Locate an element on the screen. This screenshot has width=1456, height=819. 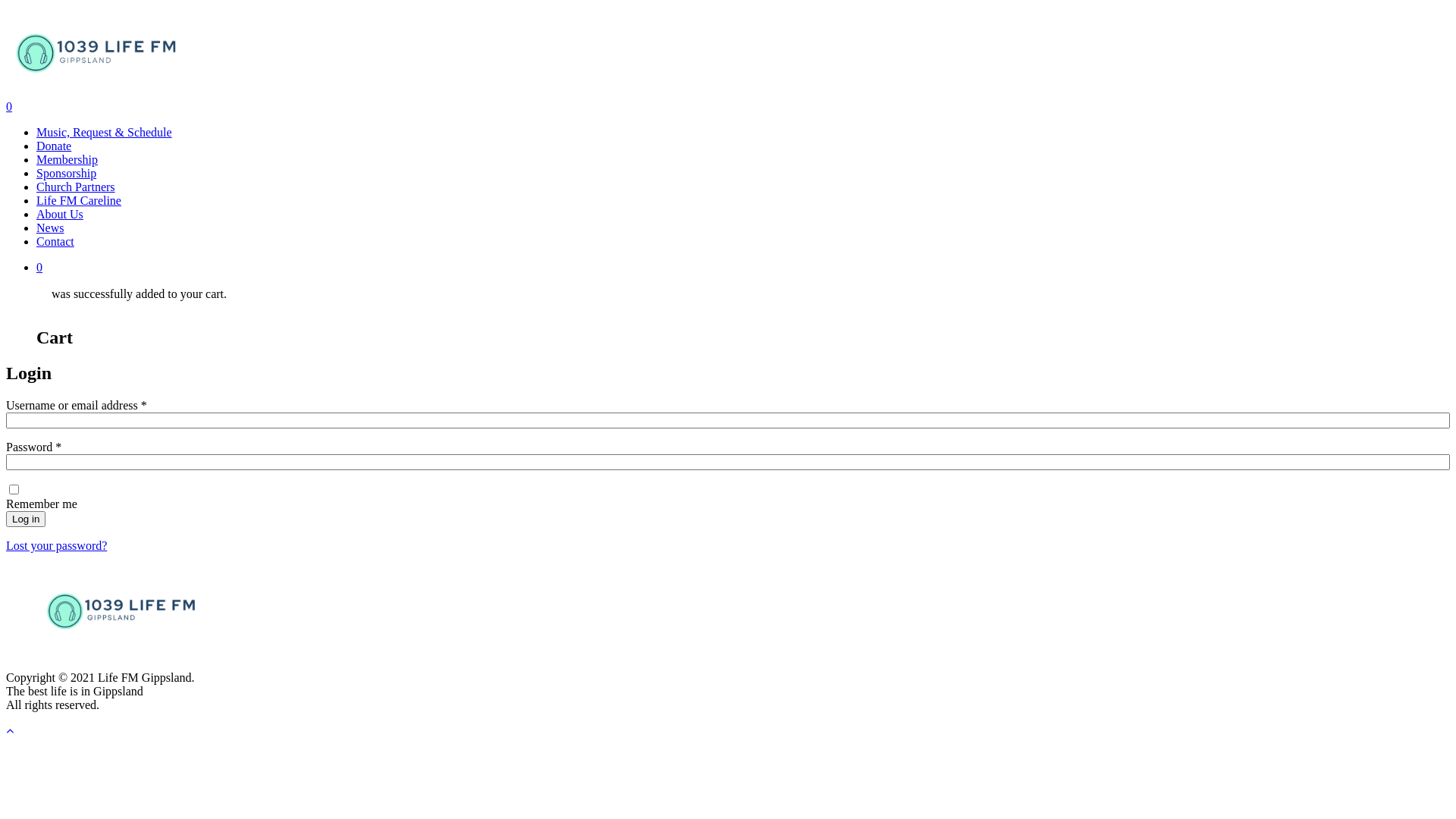
'Contact' is located at coordinates (36, 240).